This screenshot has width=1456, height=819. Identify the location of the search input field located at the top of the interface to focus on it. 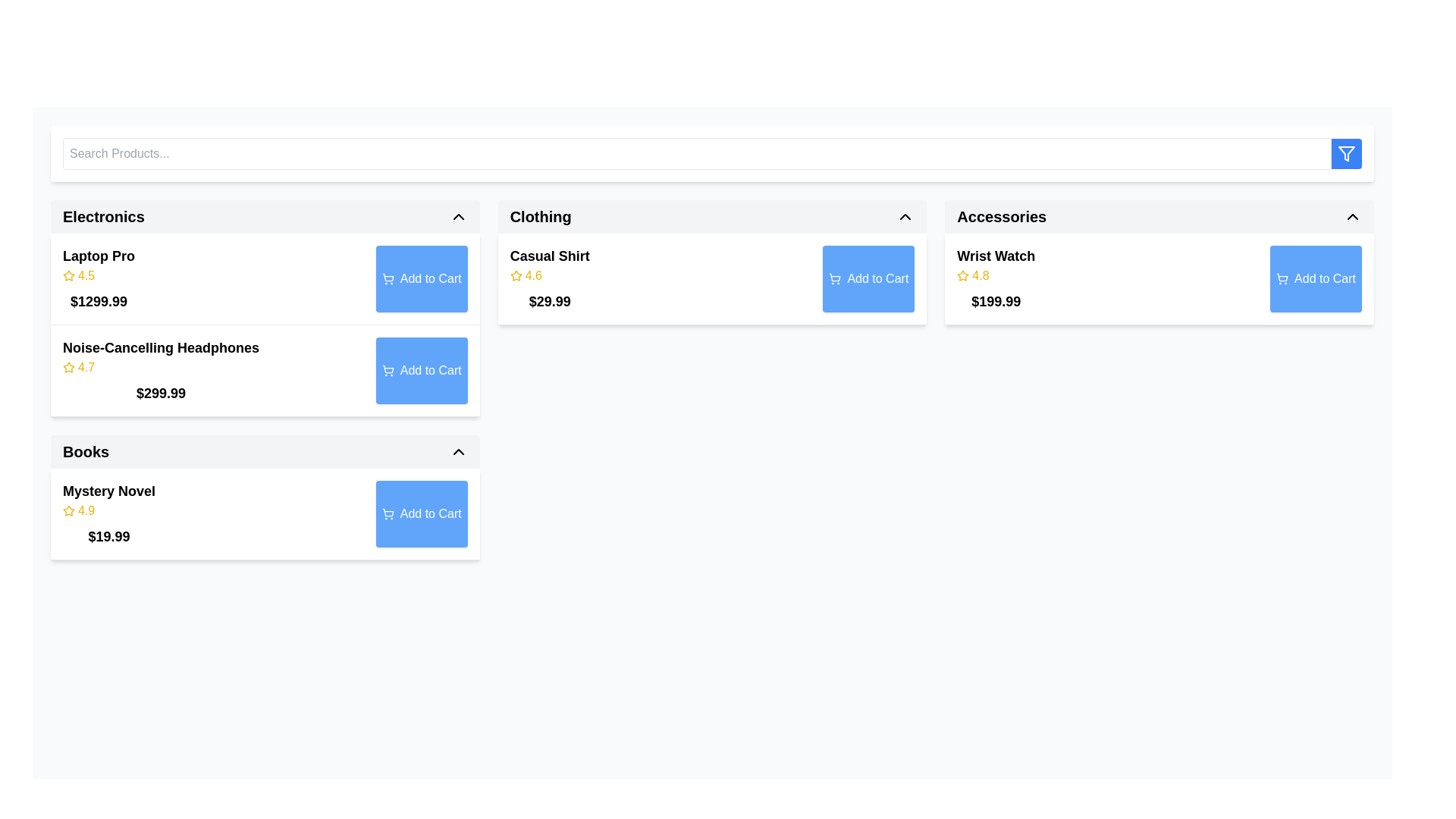
(696, 154).